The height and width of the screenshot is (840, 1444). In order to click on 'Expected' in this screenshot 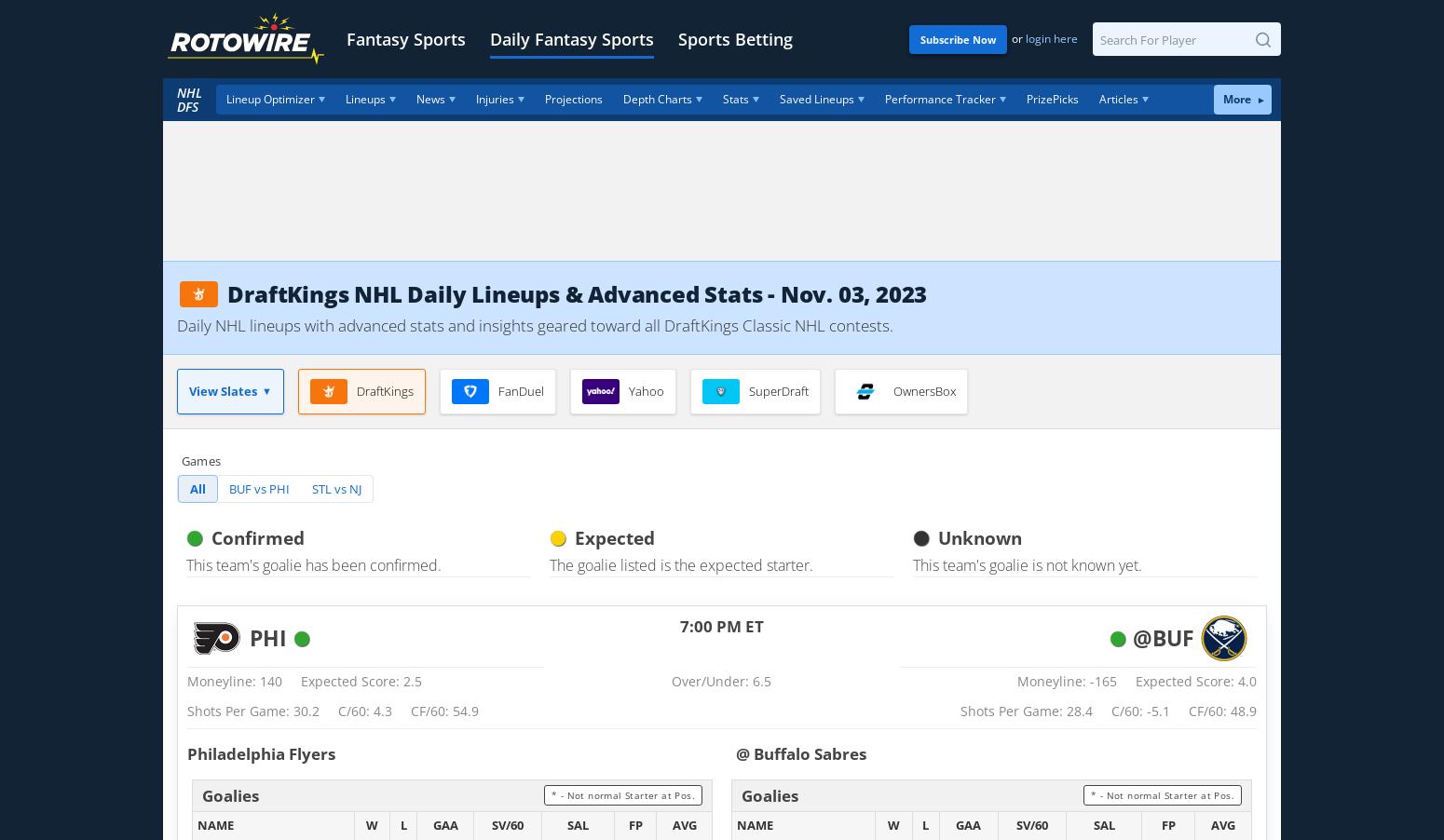, I will do `click(613, 537)`.